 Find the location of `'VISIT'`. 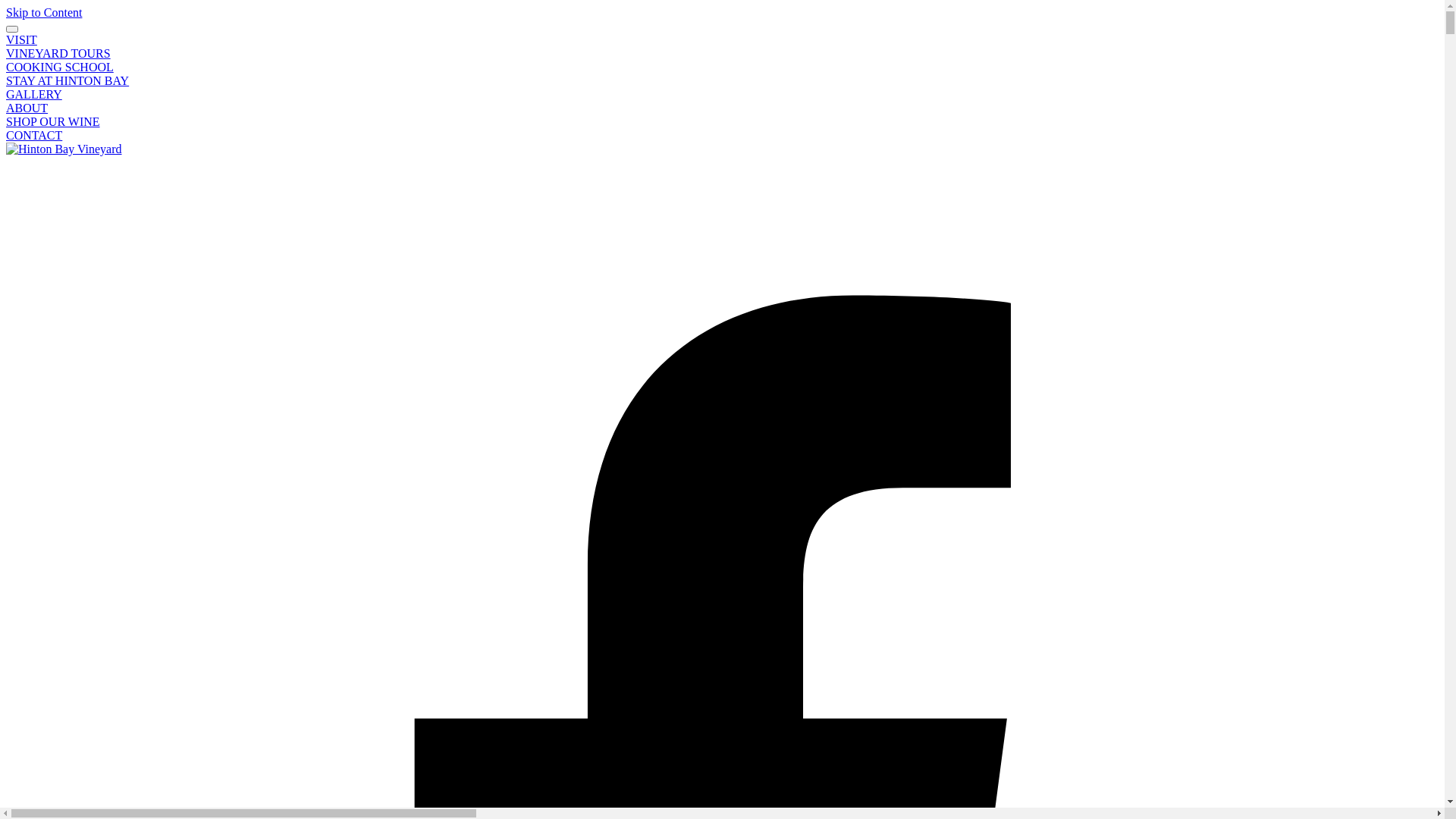

'VISIT' is located at coordinates (21, 39).